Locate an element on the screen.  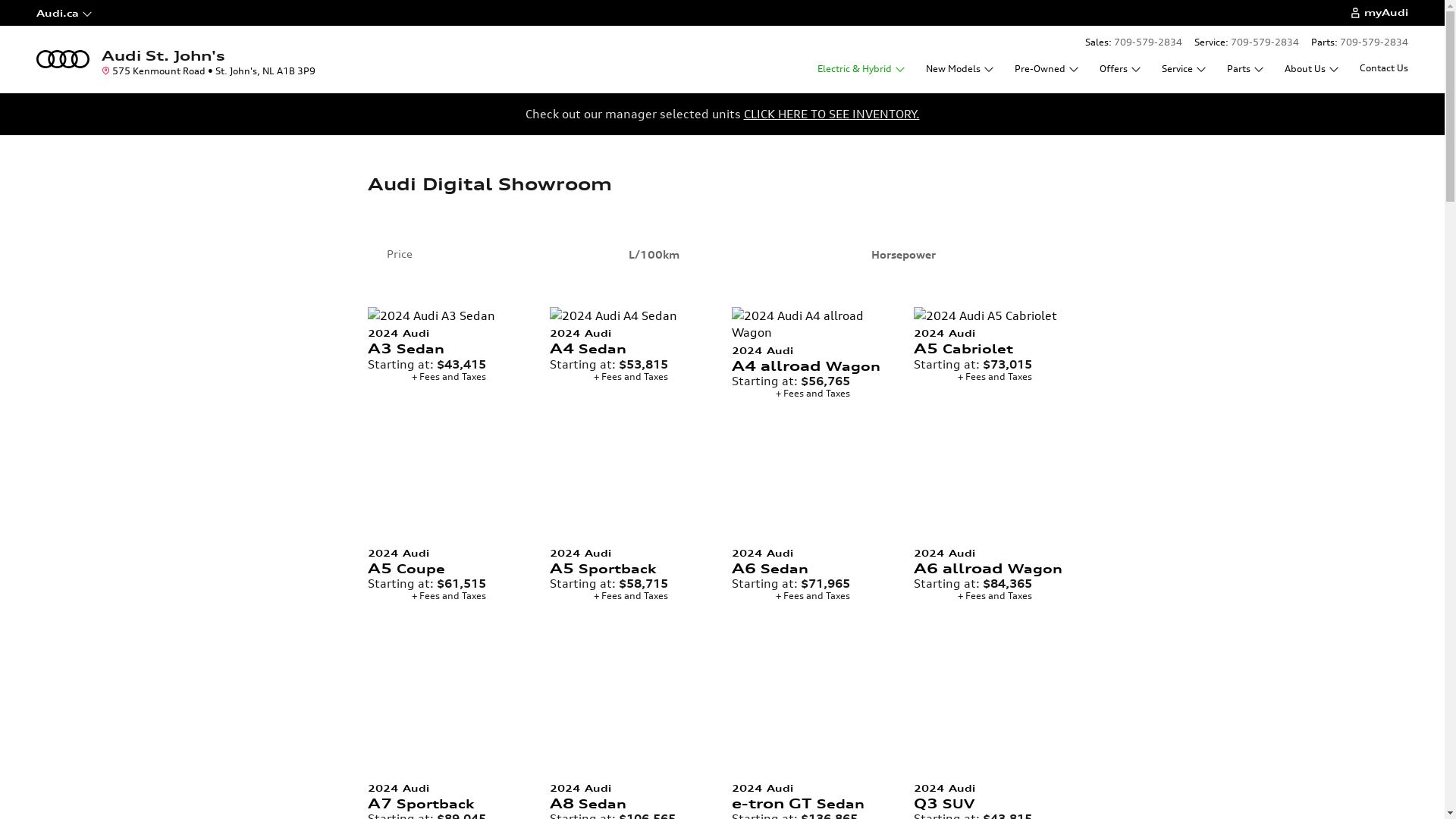
'2024 Audi A5 Coupe' is located at coordinates (441, 559).